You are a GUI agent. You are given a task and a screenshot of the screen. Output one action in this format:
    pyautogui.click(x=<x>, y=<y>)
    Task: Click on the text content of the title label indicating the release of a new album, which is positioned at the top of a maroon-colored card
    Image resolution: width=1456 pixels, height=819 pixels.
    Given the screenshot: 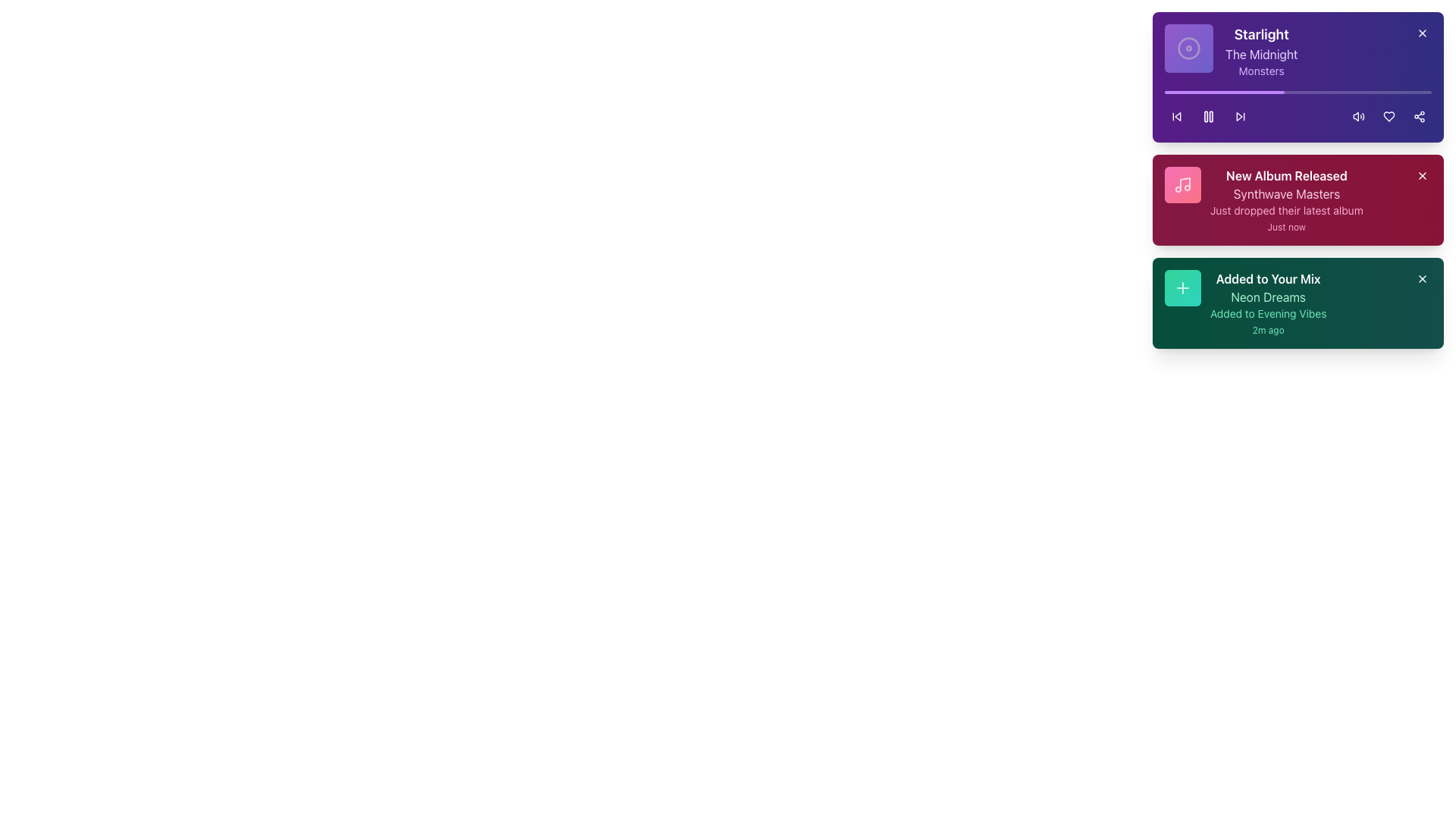 What is the action you would take?
    pyautogui.click(x=1285, y=174)
    